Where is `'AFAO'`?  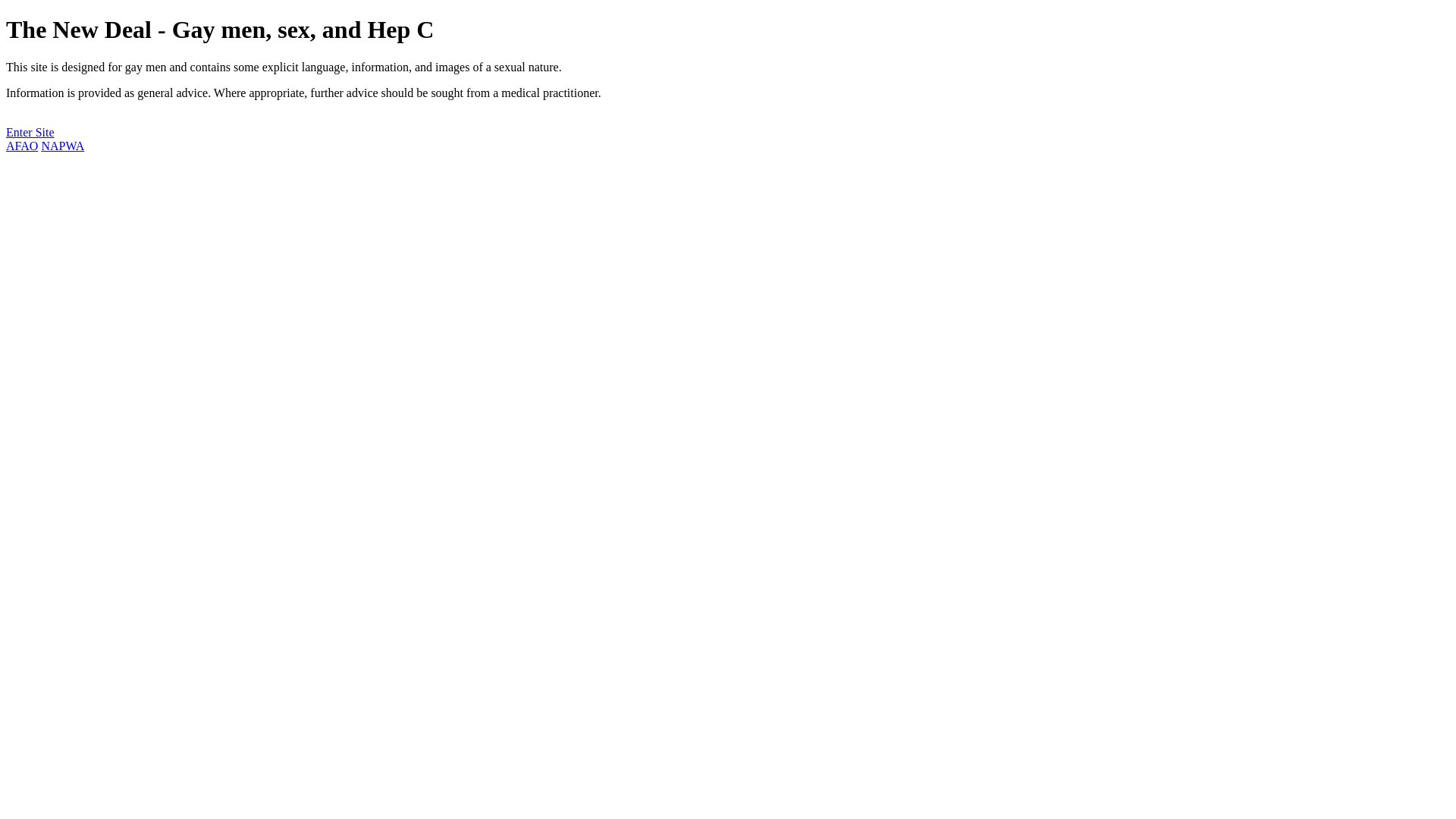
'AFAO' is located at coordinates (21, 146).